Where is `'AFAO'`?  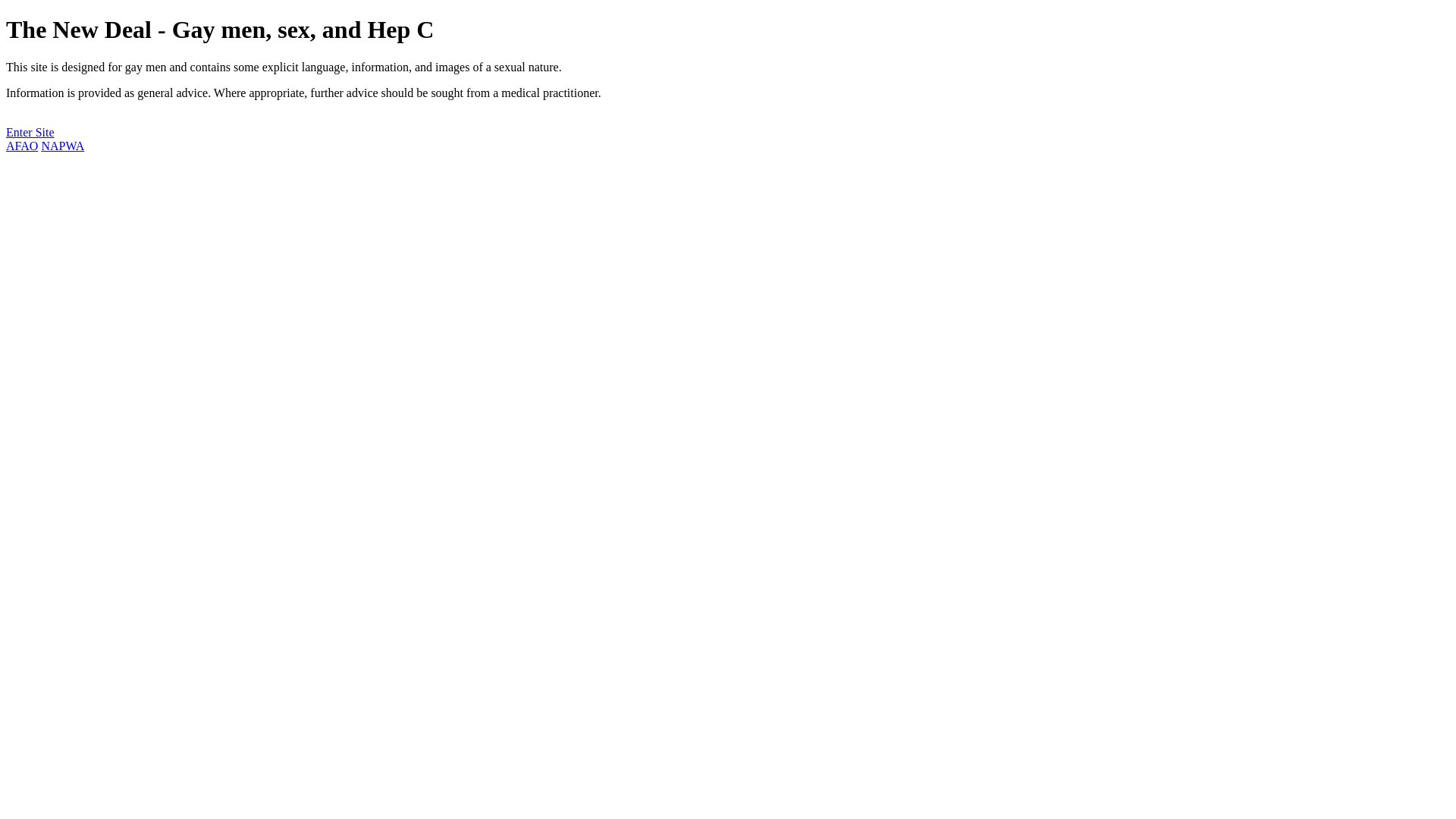
'AFAO' is located at coordinates (21, 146).